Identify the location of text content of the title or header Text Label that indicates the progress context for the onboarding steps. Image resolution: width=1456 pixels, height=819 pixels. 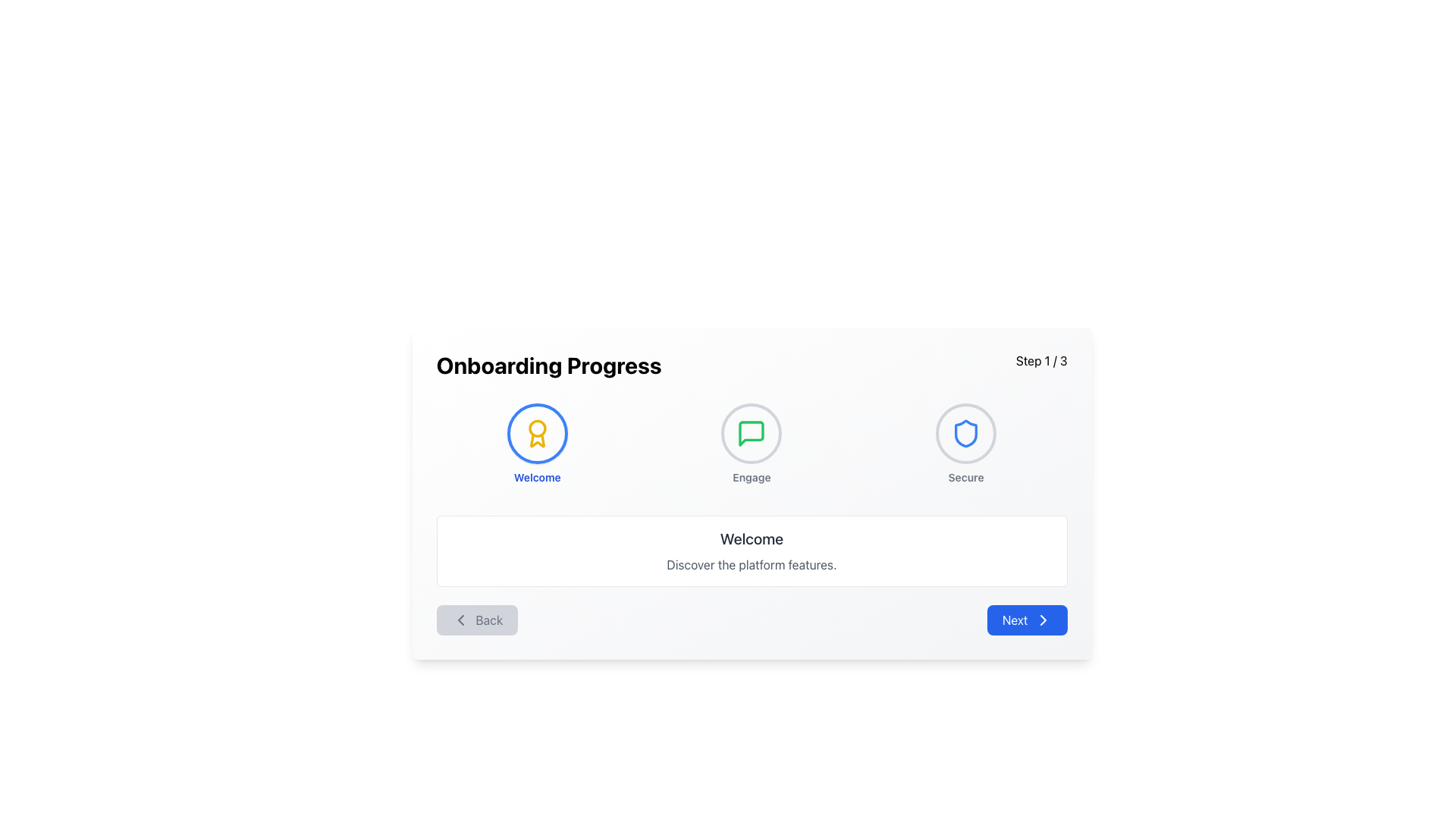
(548, 366).